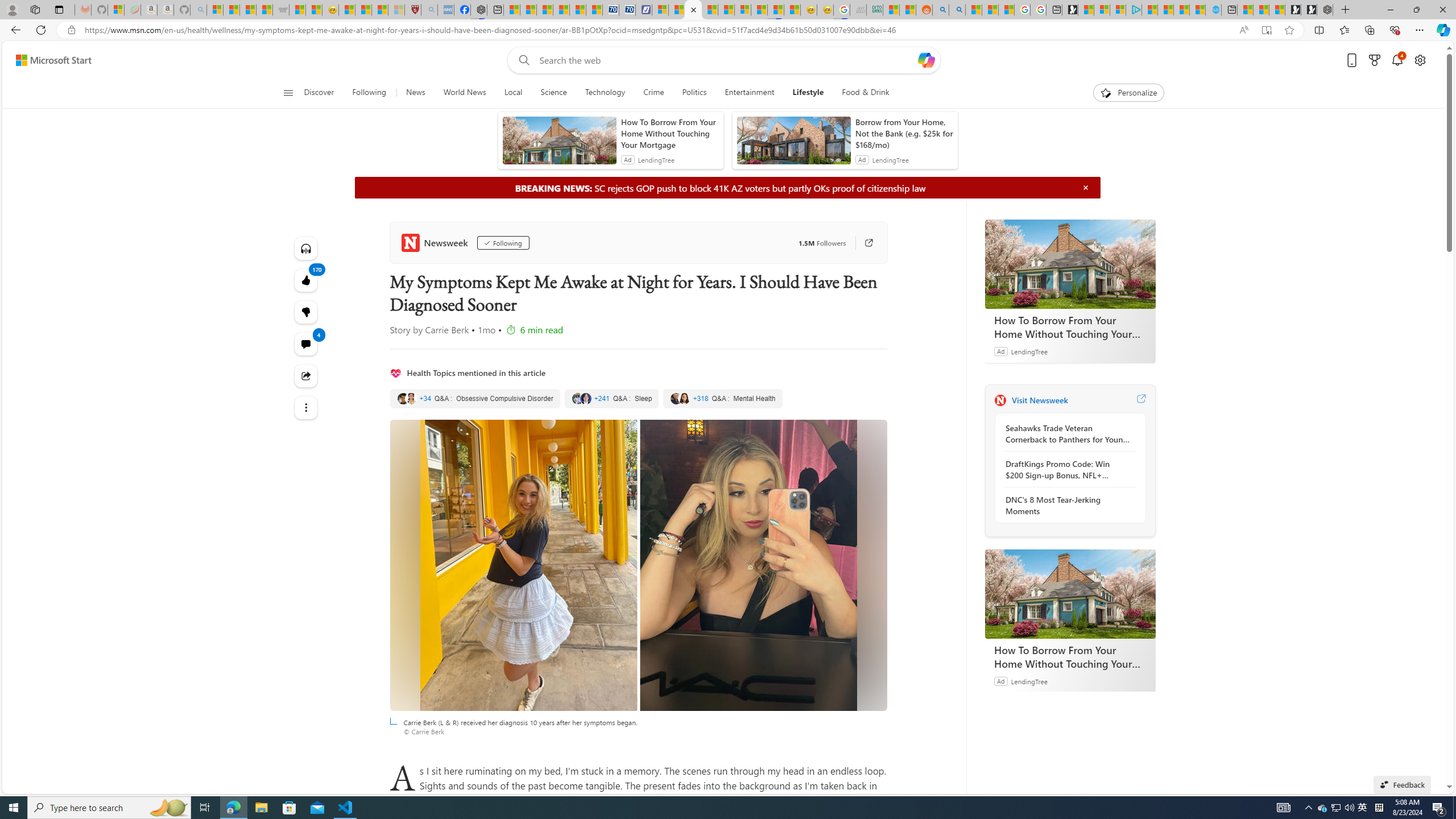 Image resolution: width=1456 pixels, height=819 pixels. Describe the element at coordinates (890, 9) in the screenshot. I see `'MSNBC - MSN'` at that location.